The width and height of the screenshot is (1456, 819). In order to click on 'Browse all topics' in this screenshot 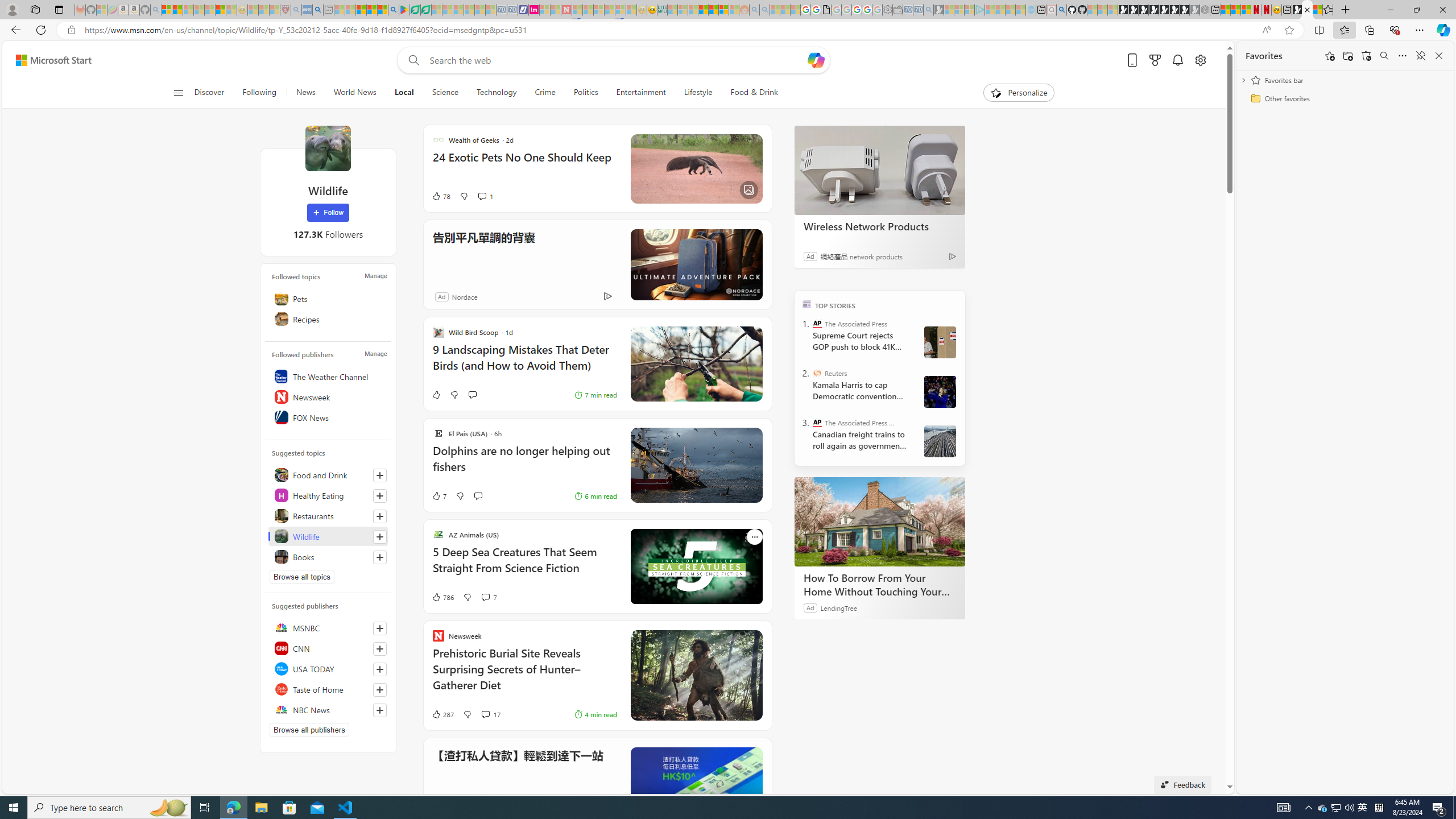, I will do `click(301, 576)`.